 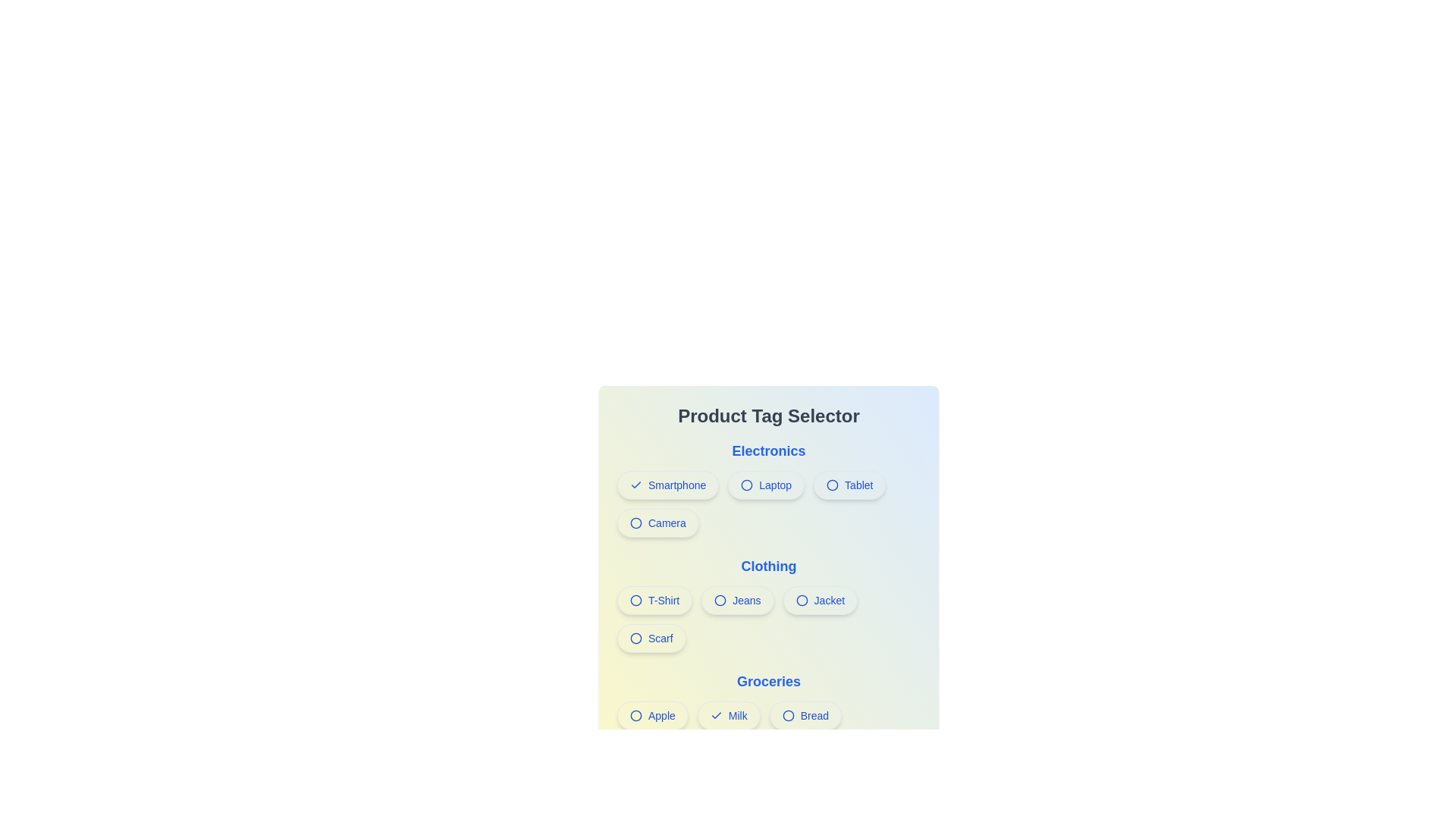 What do you see at coordinates (651, 638) in the screenshot?
I see `the 'Scarf' button, which is the last button in the 'Clothing' section` at bounding box center [651, 638].